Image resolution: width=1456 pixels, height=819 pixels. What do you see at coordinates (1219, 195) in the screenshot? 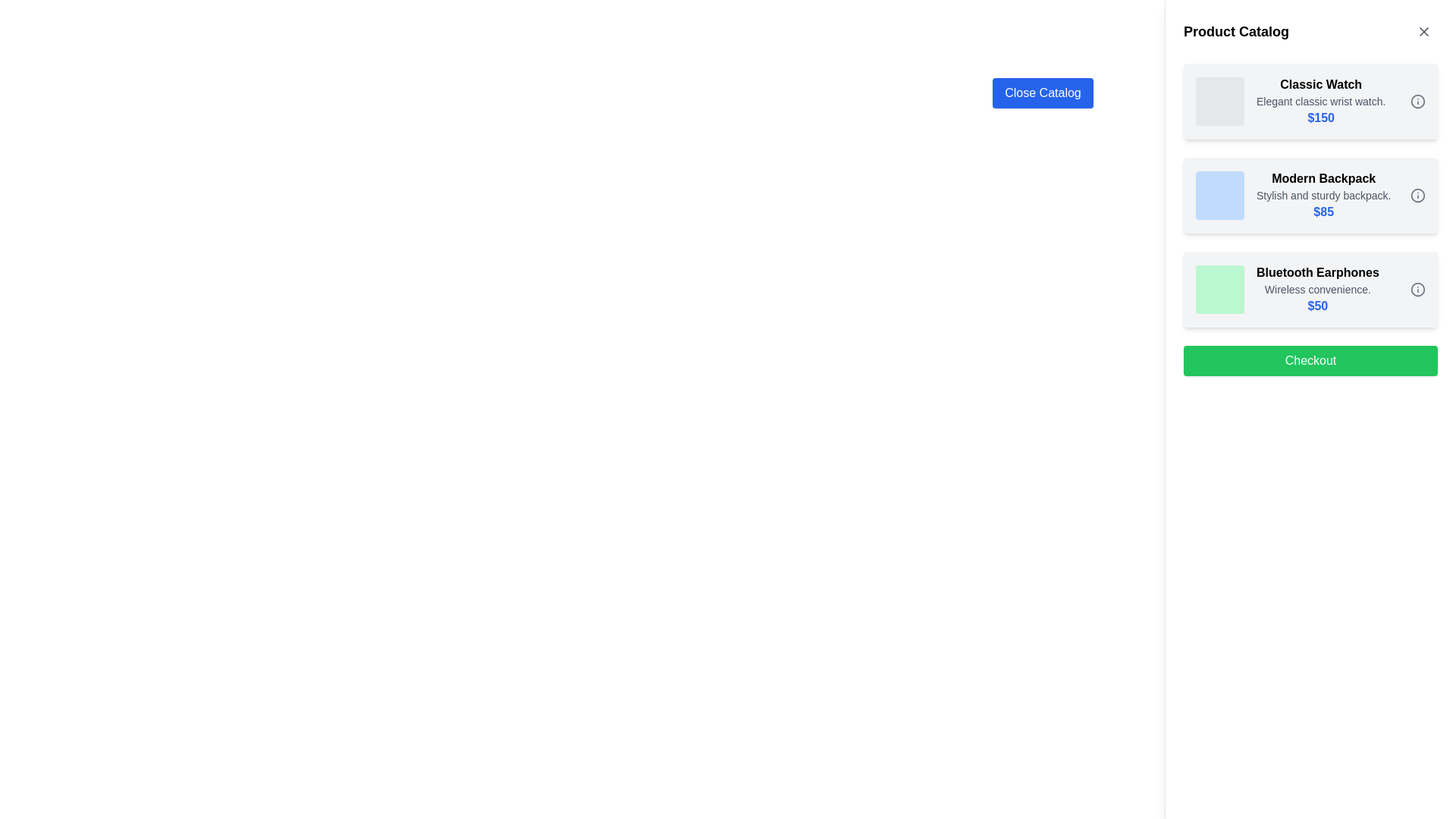
I see `the blue square visual placeholder for the 'Modern Backpack' item located` at bounding box center [1219, 195].